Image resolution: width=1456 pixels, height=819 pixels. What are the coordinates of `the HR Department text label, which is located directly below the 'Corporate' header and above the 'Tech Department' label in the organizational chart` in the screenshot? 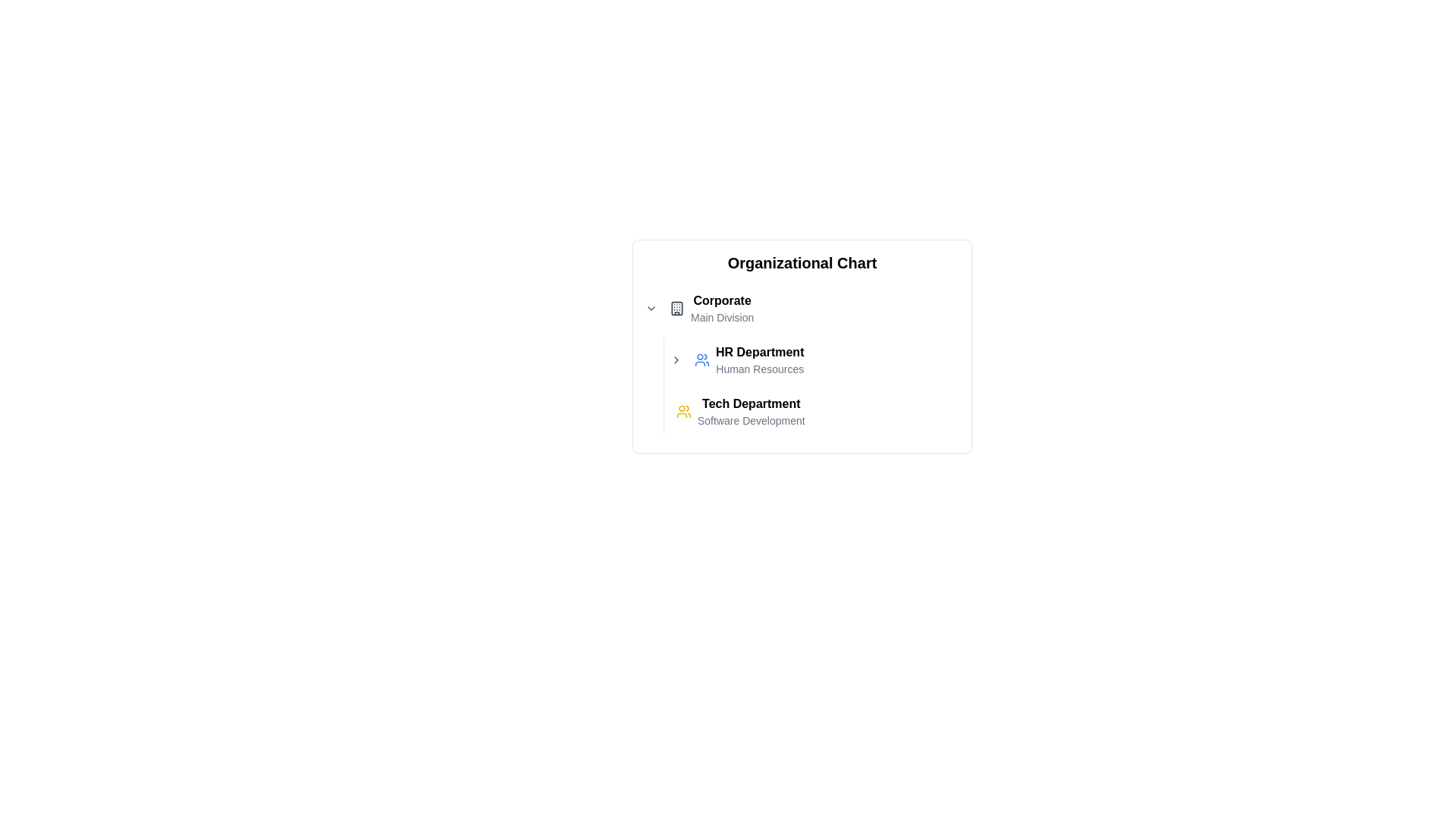 It's located at (760, 359).